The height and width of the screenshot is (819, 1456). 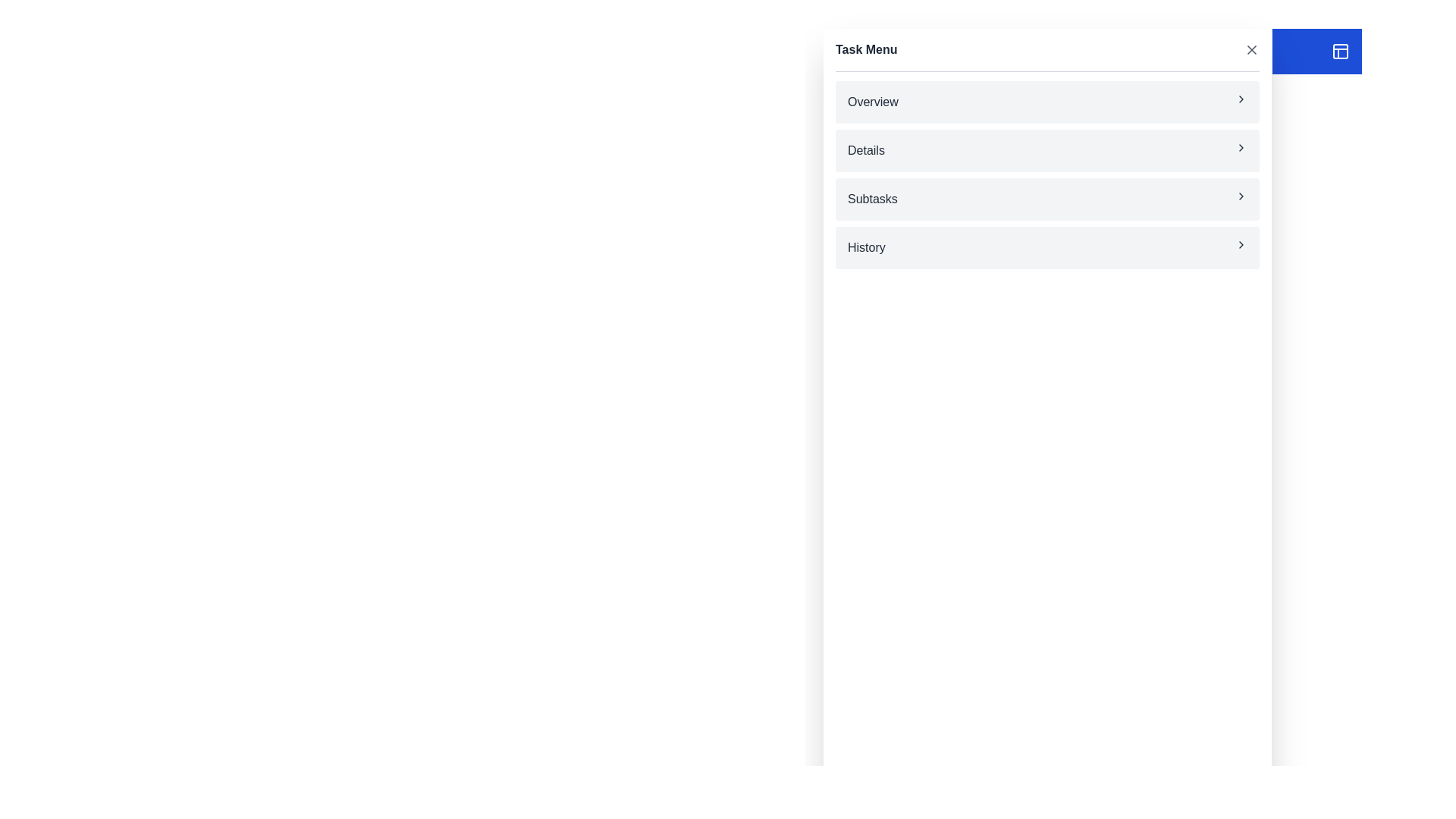 I want to click on the blue control icon at the top-right corner of the interface with a grid-like SVG symbol, so click(x=1340, y=51).